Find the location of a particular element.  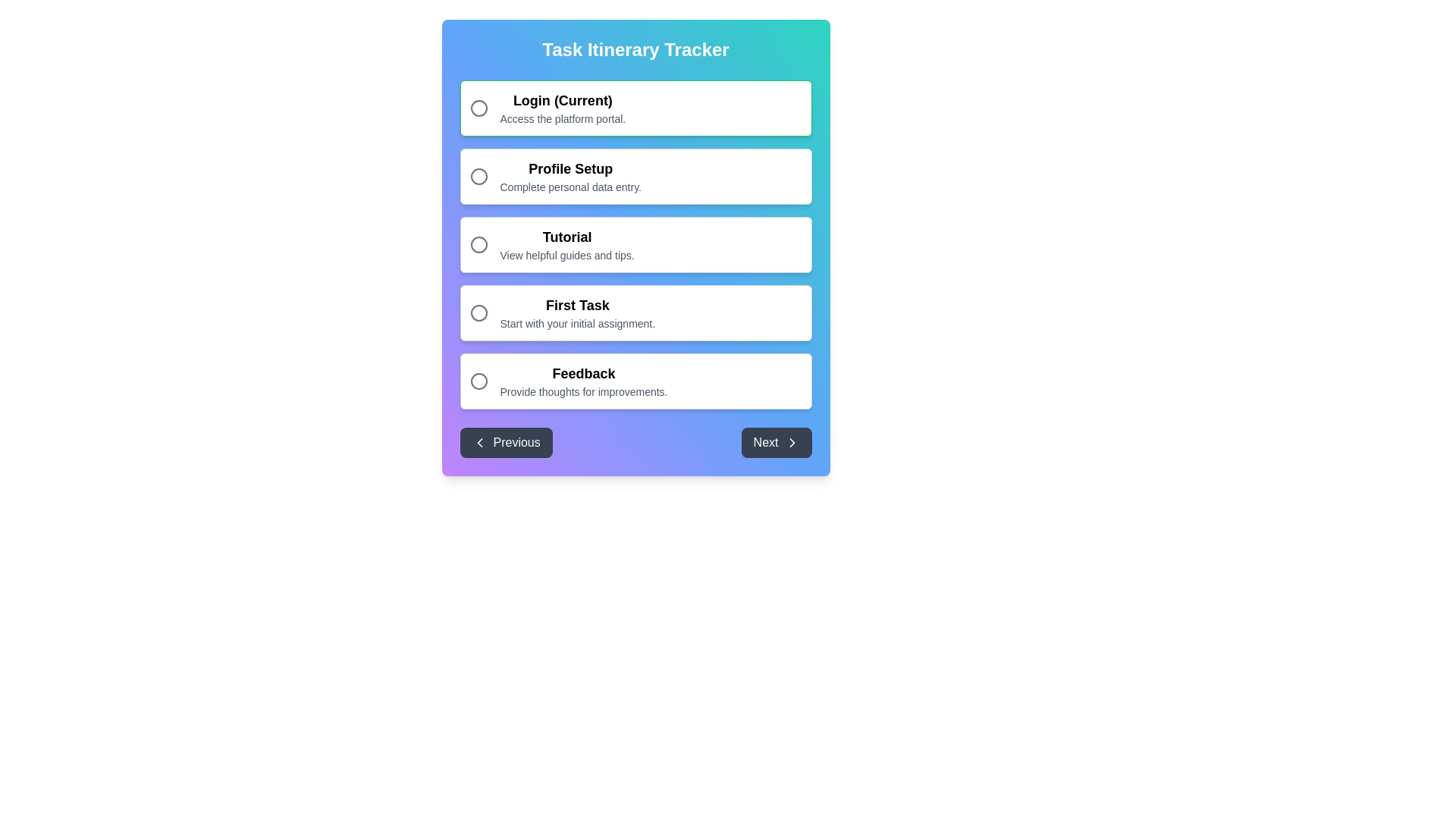

the SVG icon located immediately to the left of the 'Feedback' title, which serves as a selectable option or list marker for the feedback section is located at coordinates (478, 380).